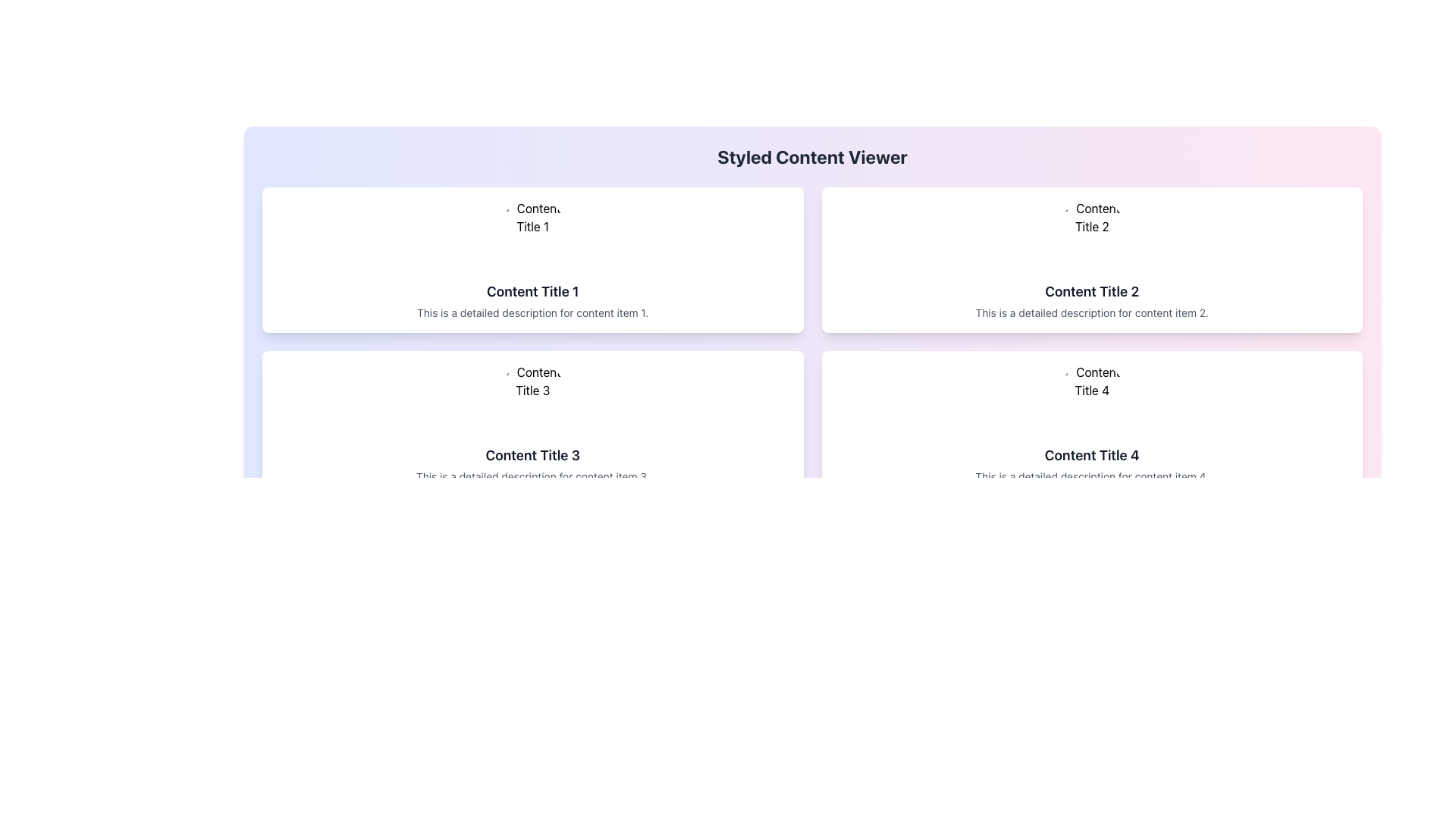  Describe the element at coordinates (532, 424) in the screenshot. I see `the card component with the title 'Content Title 3', which has a white background, rounded corners, and is located in the second row, first column of a grid layout` at that location.